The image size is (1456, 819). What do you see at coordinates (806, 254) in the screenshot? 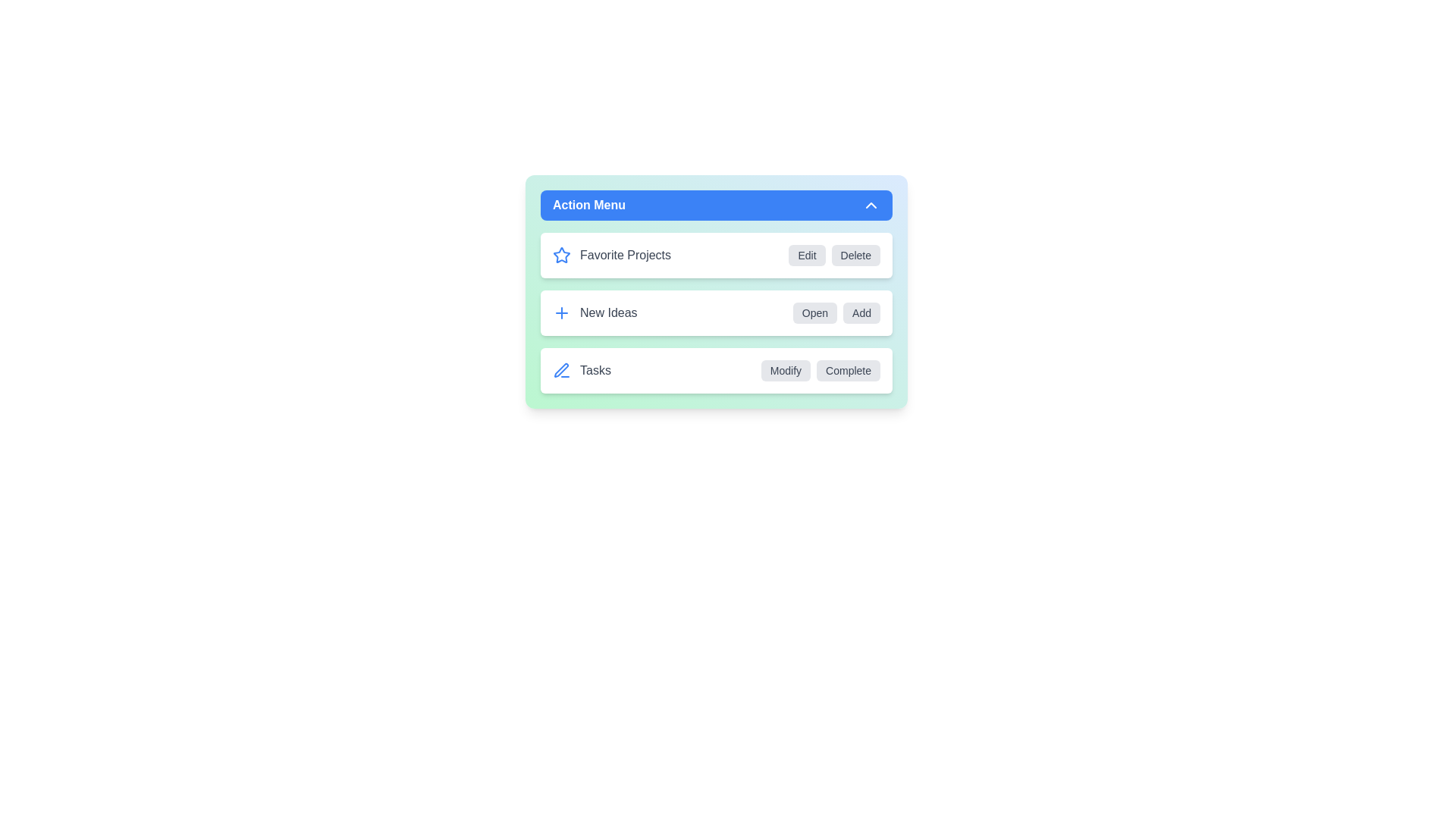
I see `the action button labeled Edit for the item Favorite Projects` at bounding box center [806, 254].